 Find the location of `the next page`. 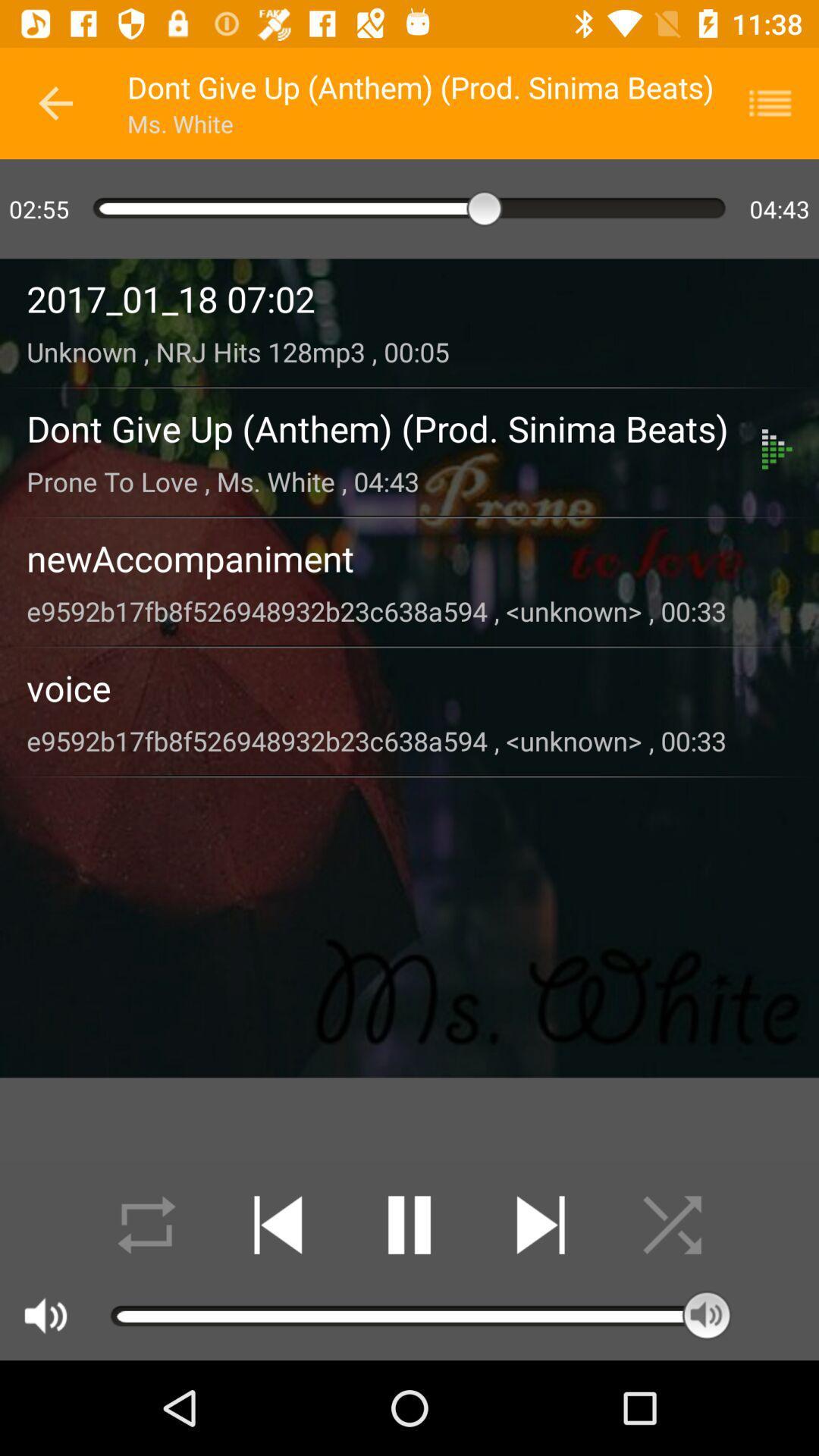

the next page is located at coordinates (540, 1225).